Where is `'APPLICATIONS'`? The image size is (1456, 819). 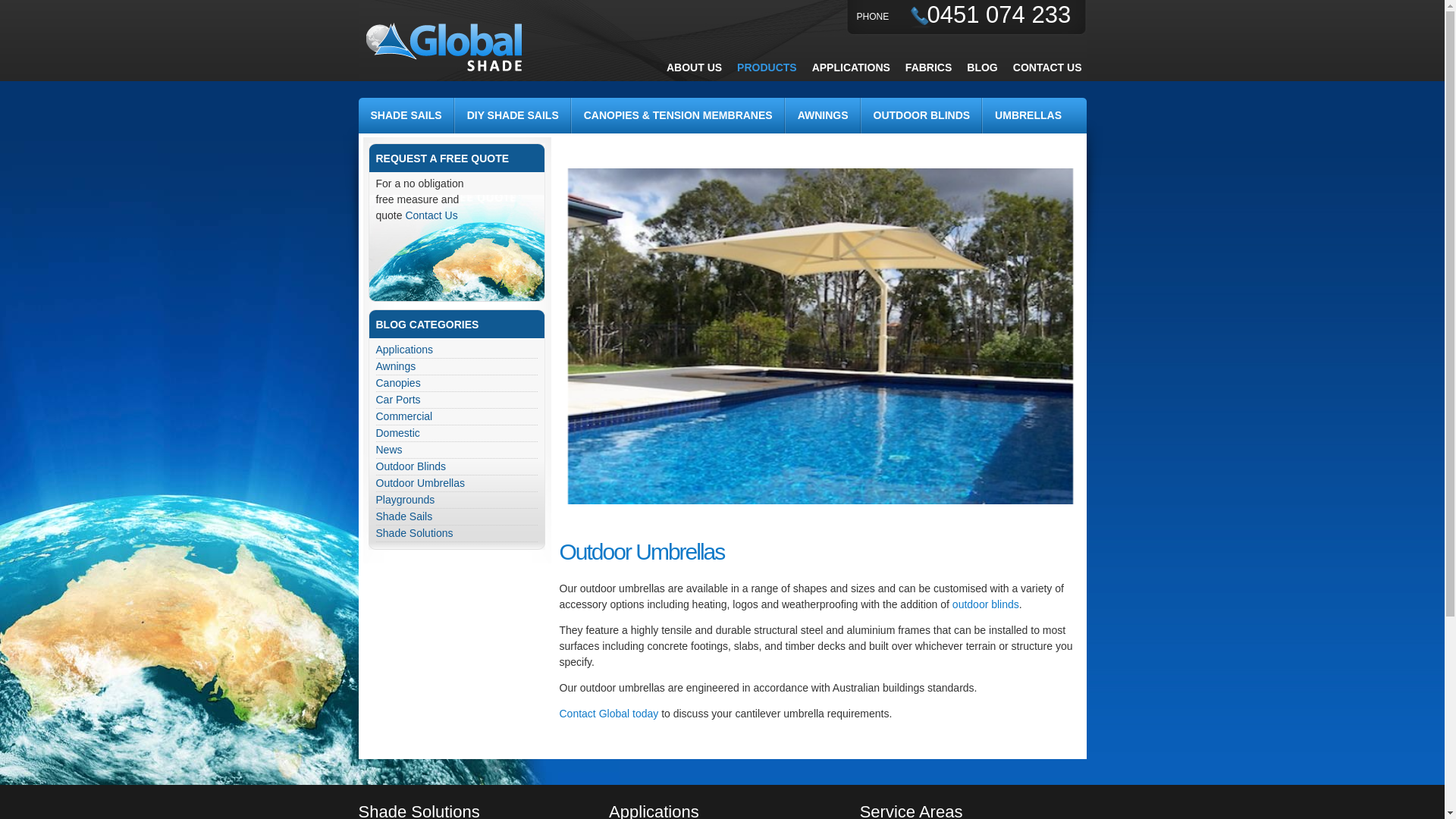 'APPLICATIONS' is located at coordinates (851, 66).